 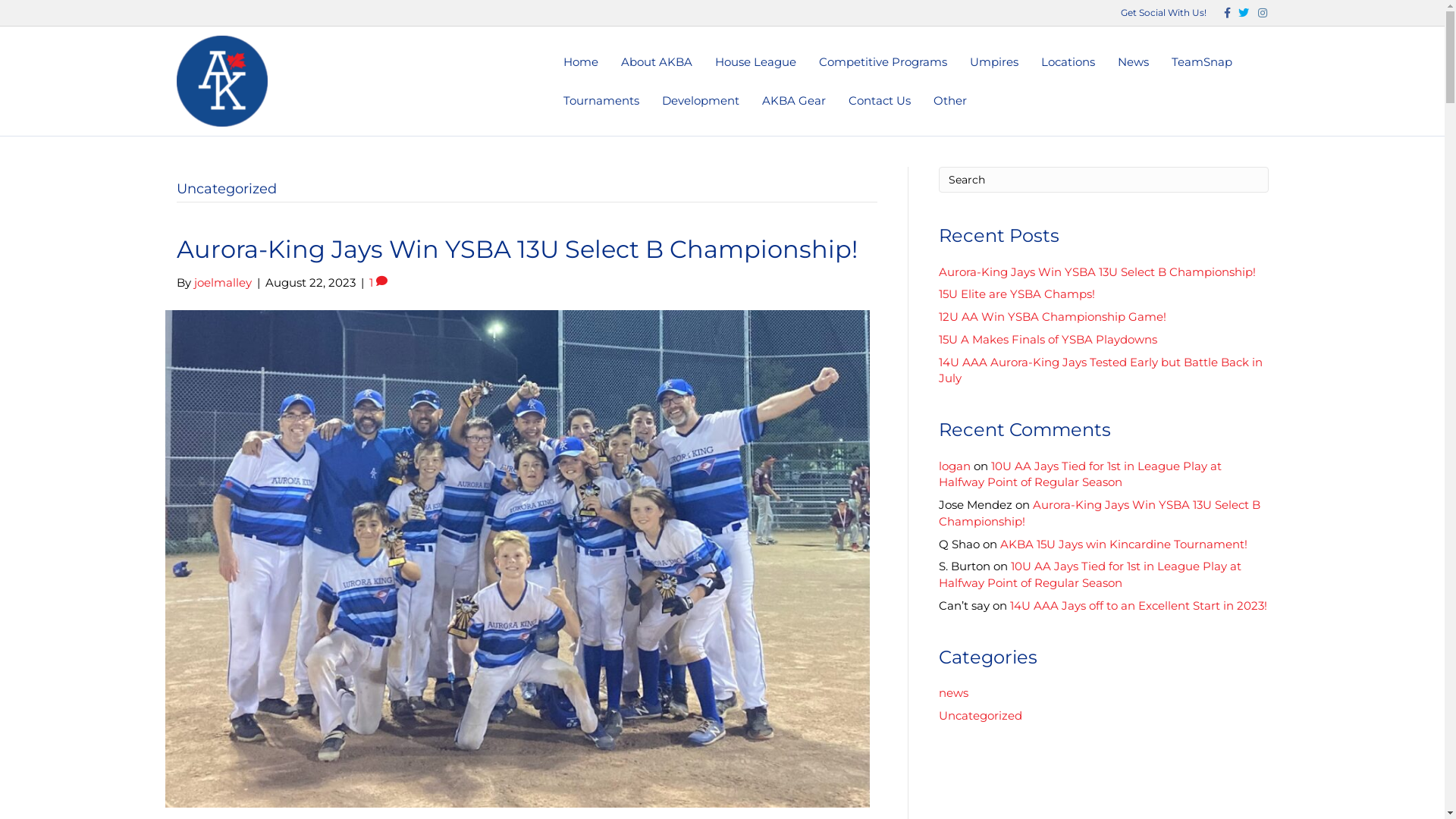 I want to click on 'TeamSnap', so click(x=1200, y=61).